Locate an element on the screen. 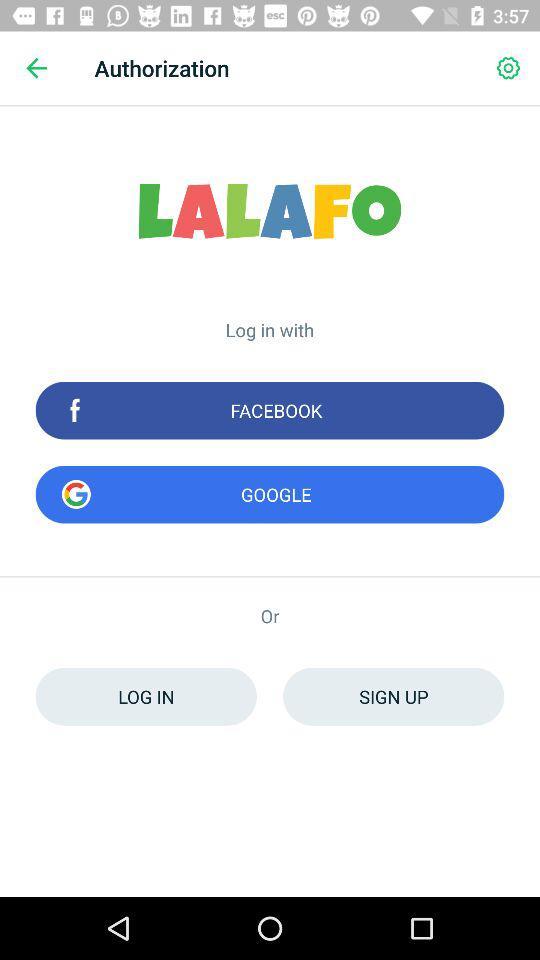 Image resolution: width=540 pixels, height=960 pixels. sign up icon is located at coordinates (393, 696).